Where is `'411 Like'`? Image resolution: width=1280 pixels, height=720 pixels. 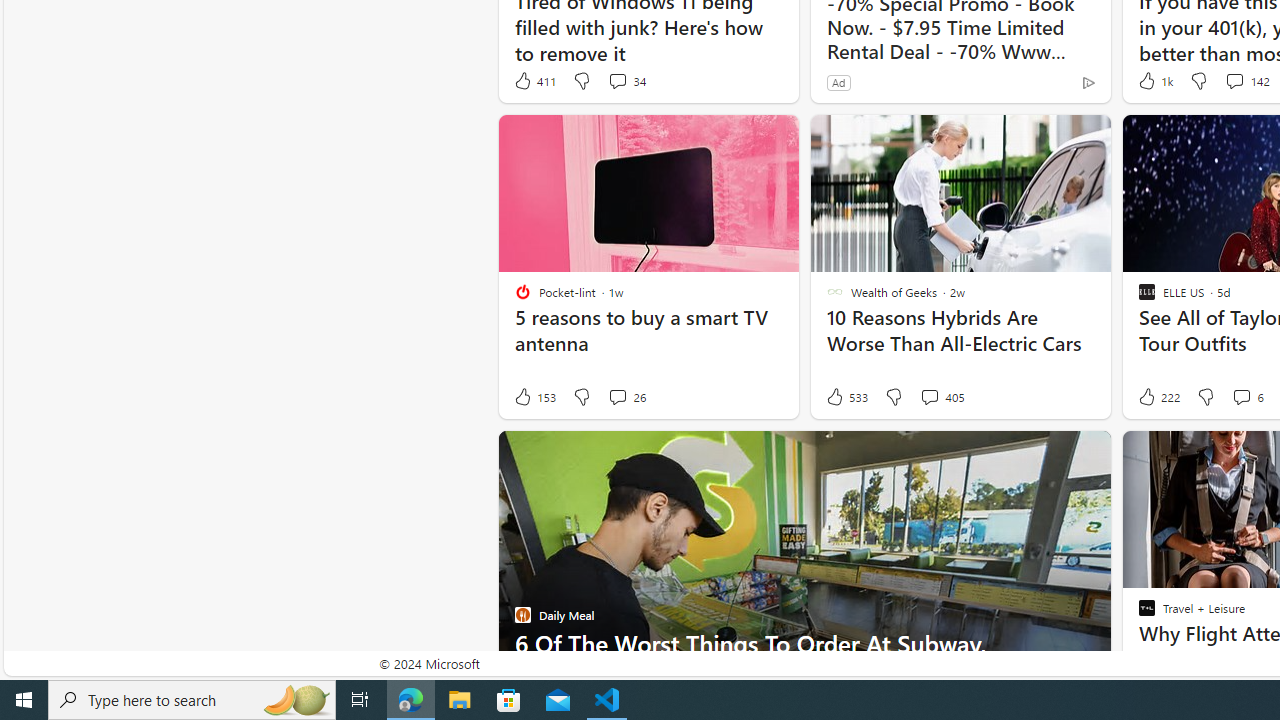
'411 Like' is located at coordinates (534, 80).